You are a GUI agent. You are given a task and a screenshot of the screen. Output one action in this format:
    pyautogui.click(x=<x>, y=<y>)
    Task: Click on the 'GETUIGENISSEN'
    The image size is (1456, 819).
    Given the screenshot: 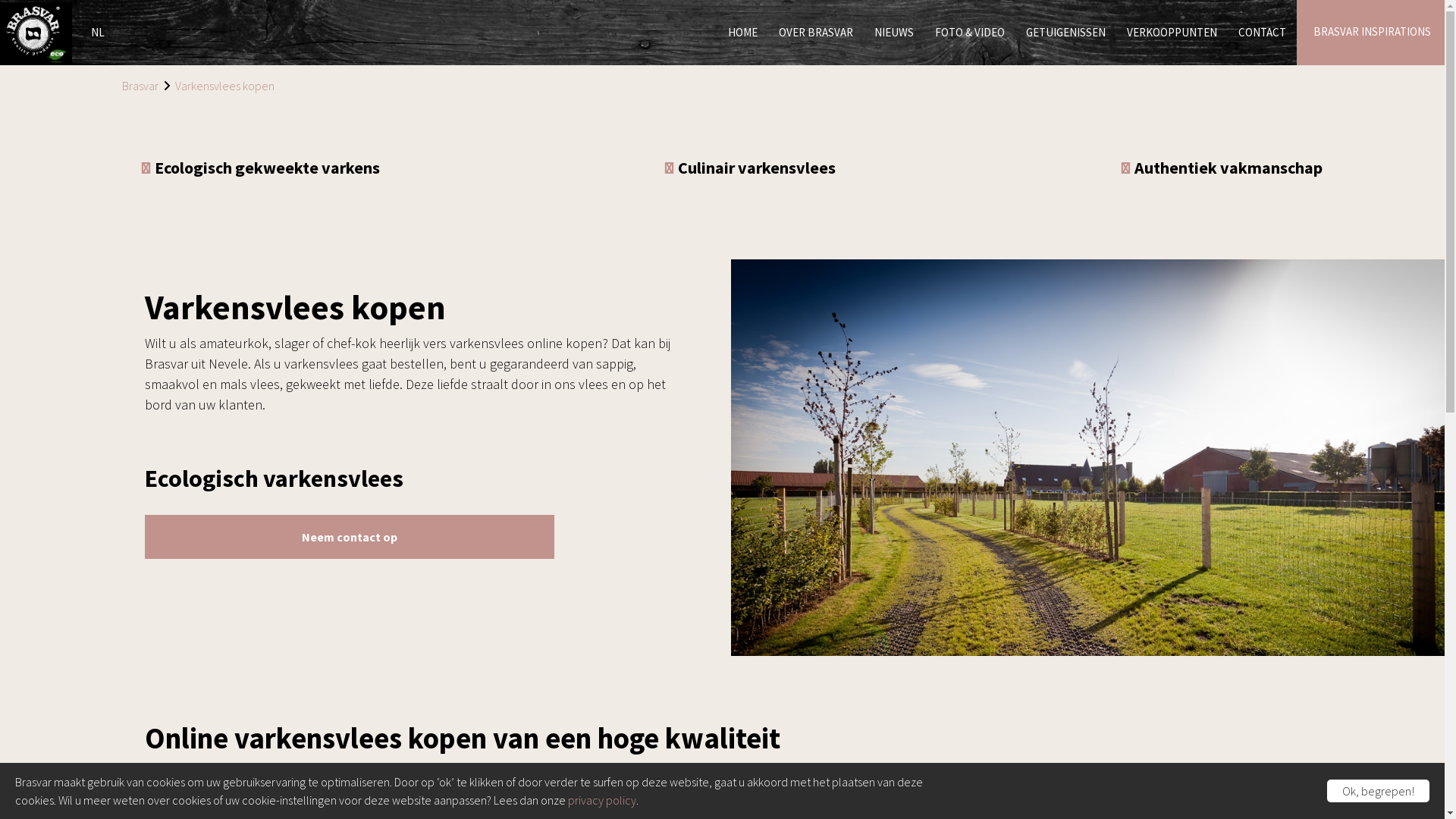 What is the action you would take?
    pyautogui.click(x=1065, y=33)
    